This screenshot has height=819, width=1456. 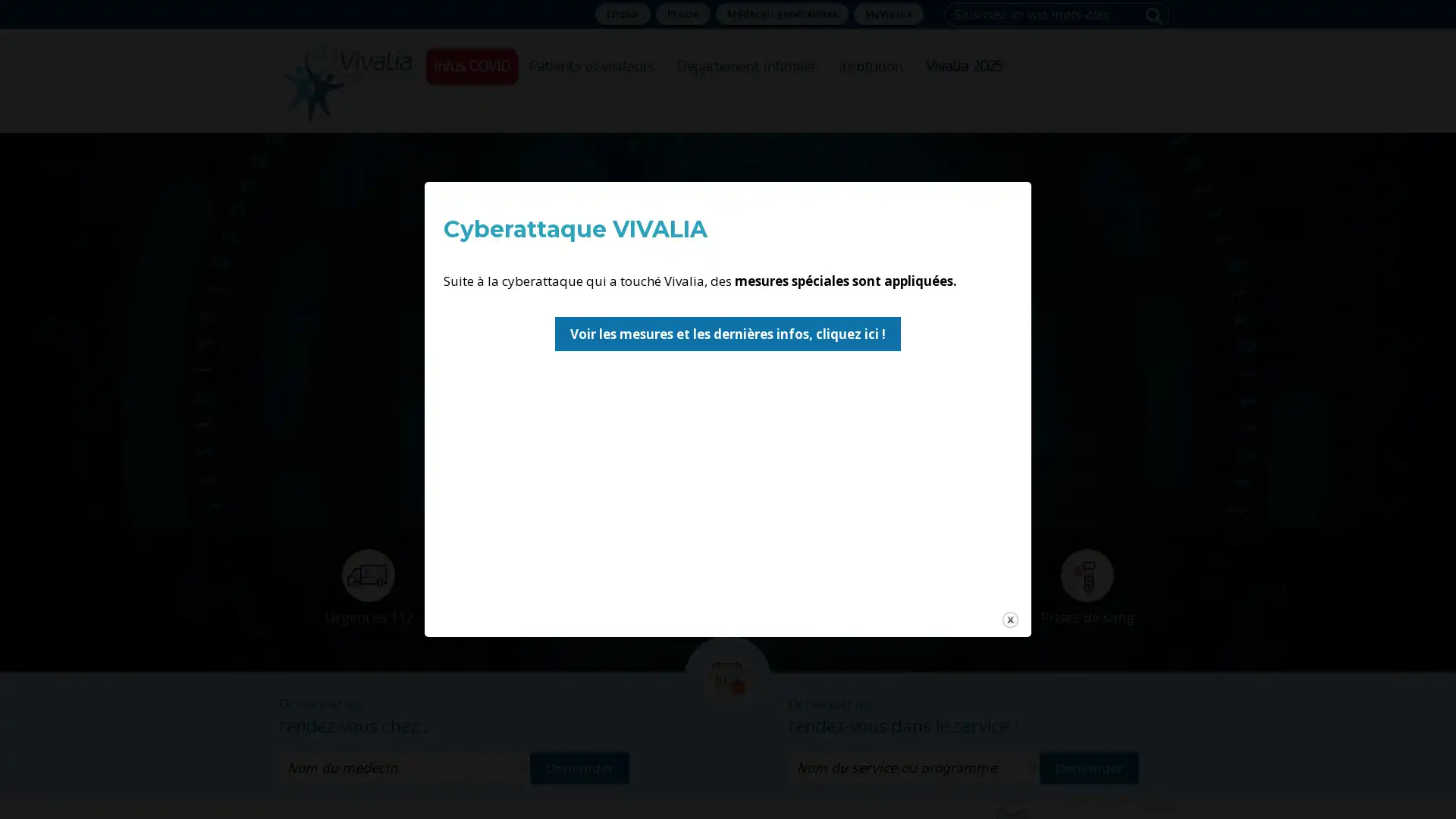 What do you see at coordinates (1088, 767) in the screenshot?
I see `Demander` at bounding box center [1088, 767].